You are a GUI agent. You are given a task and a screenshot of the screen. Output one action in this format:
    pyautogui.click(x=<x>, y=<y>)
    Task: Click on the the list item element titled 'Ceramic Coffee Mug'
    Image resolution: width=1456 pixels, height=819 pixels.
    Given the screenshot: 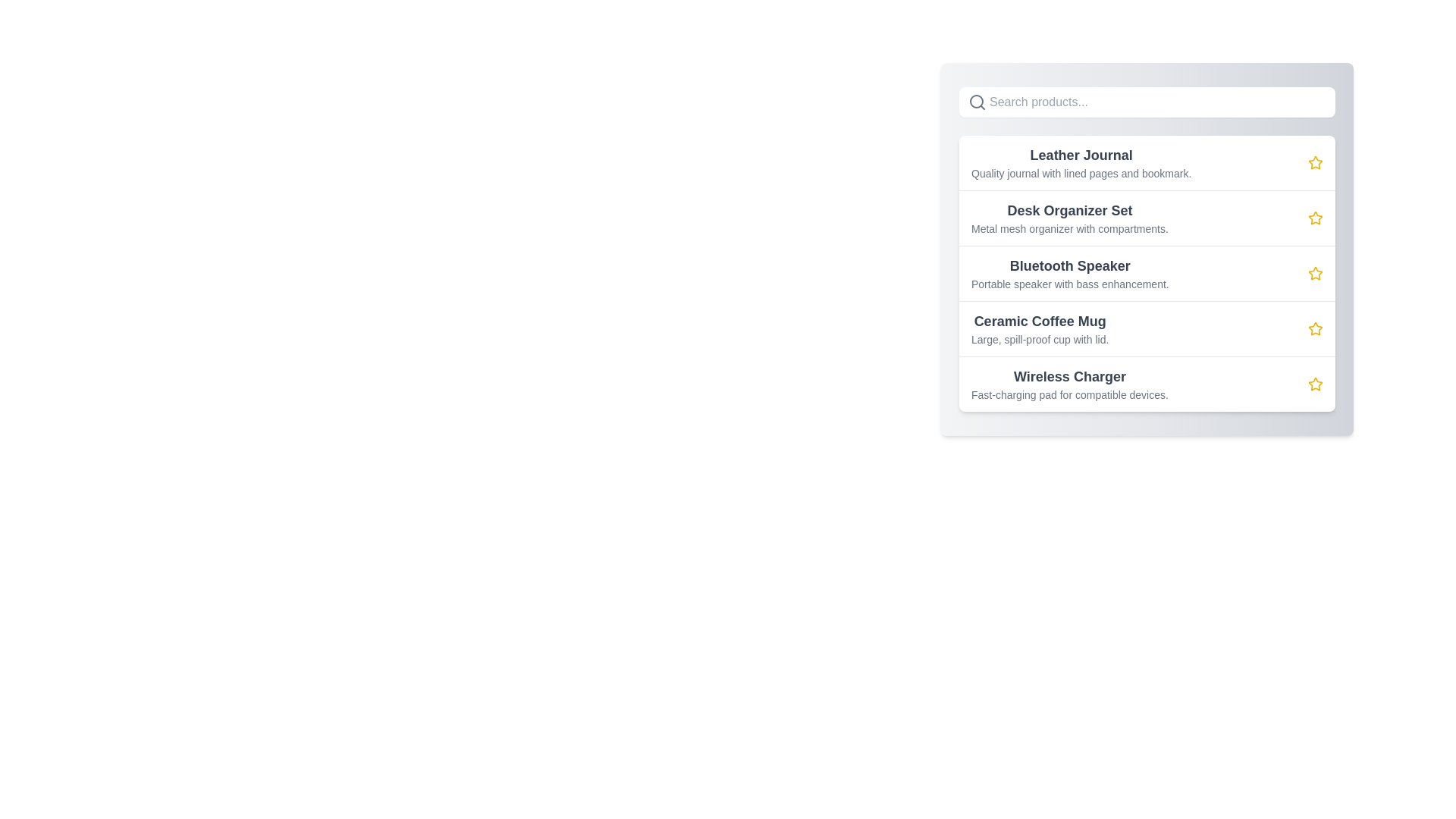 What is the action you would take?
    pyautogui.click(x=1147, y=328)
    